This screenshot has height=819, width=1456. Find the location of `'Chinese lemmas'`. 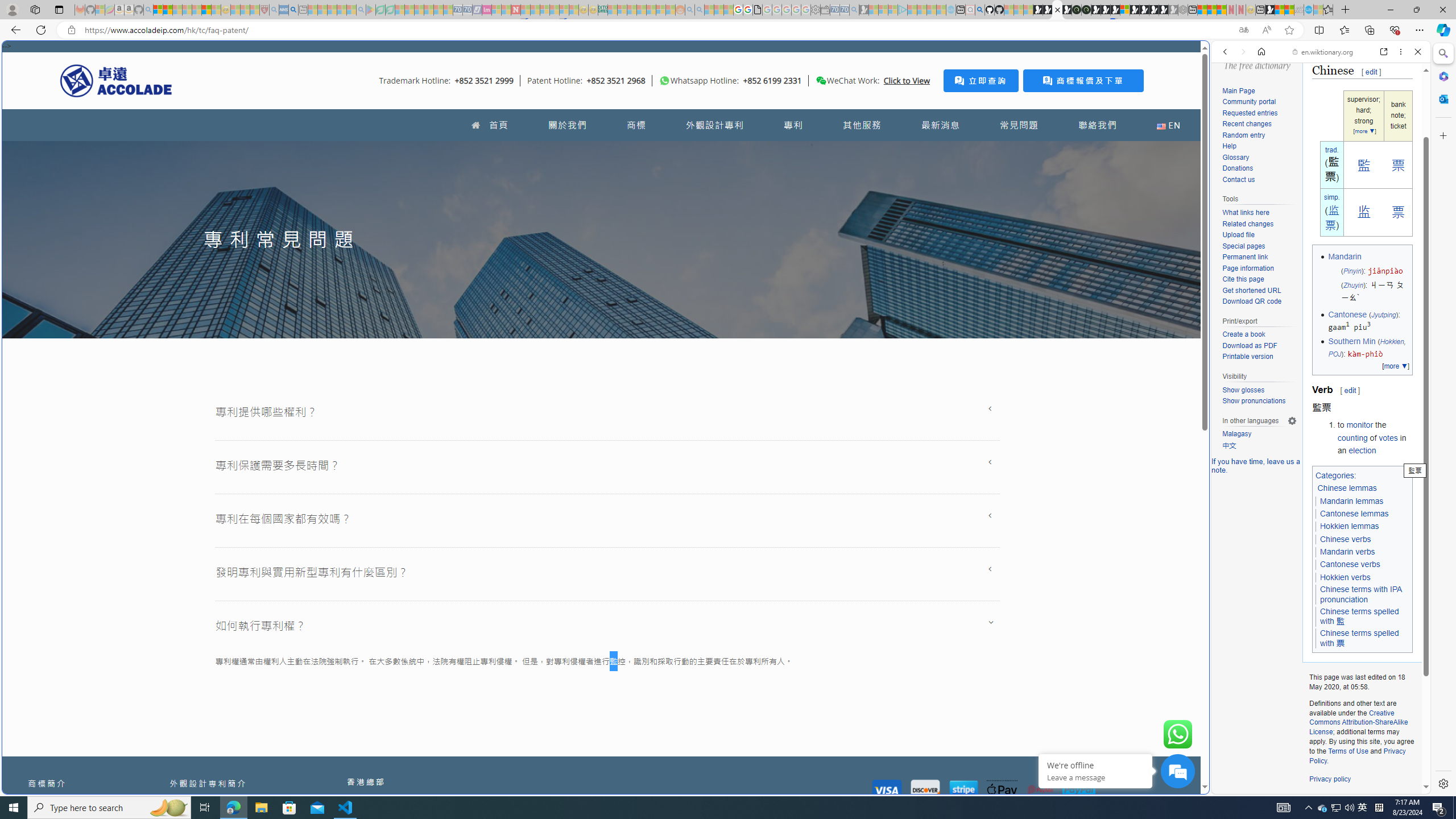

'Chinese lemmas' is located at coordinates (1347, 487).